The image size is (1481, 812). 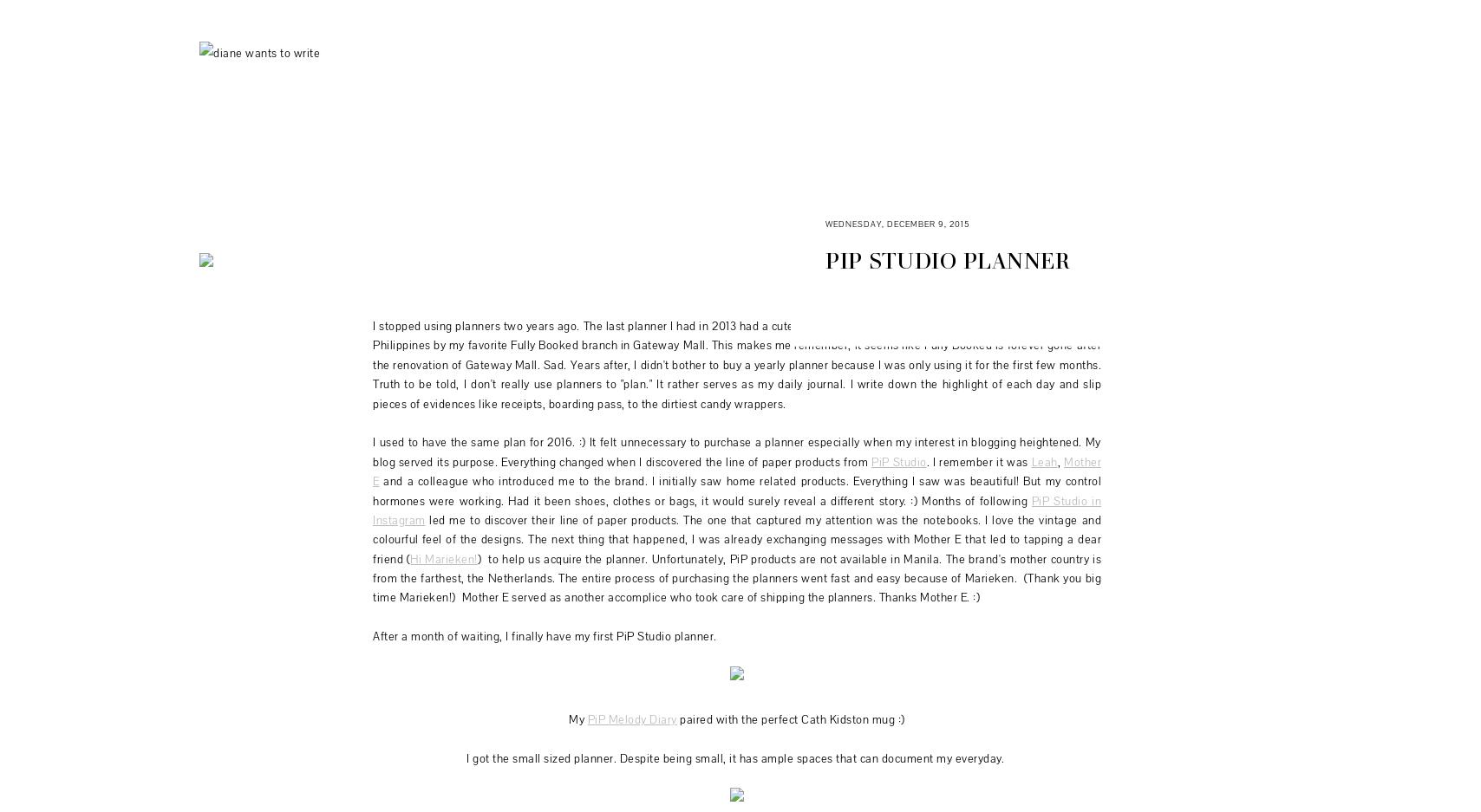 What do you see at coordinates (737, 471) in the screenshot?
I see `'Mother E'` at bounding box center [737, 471].